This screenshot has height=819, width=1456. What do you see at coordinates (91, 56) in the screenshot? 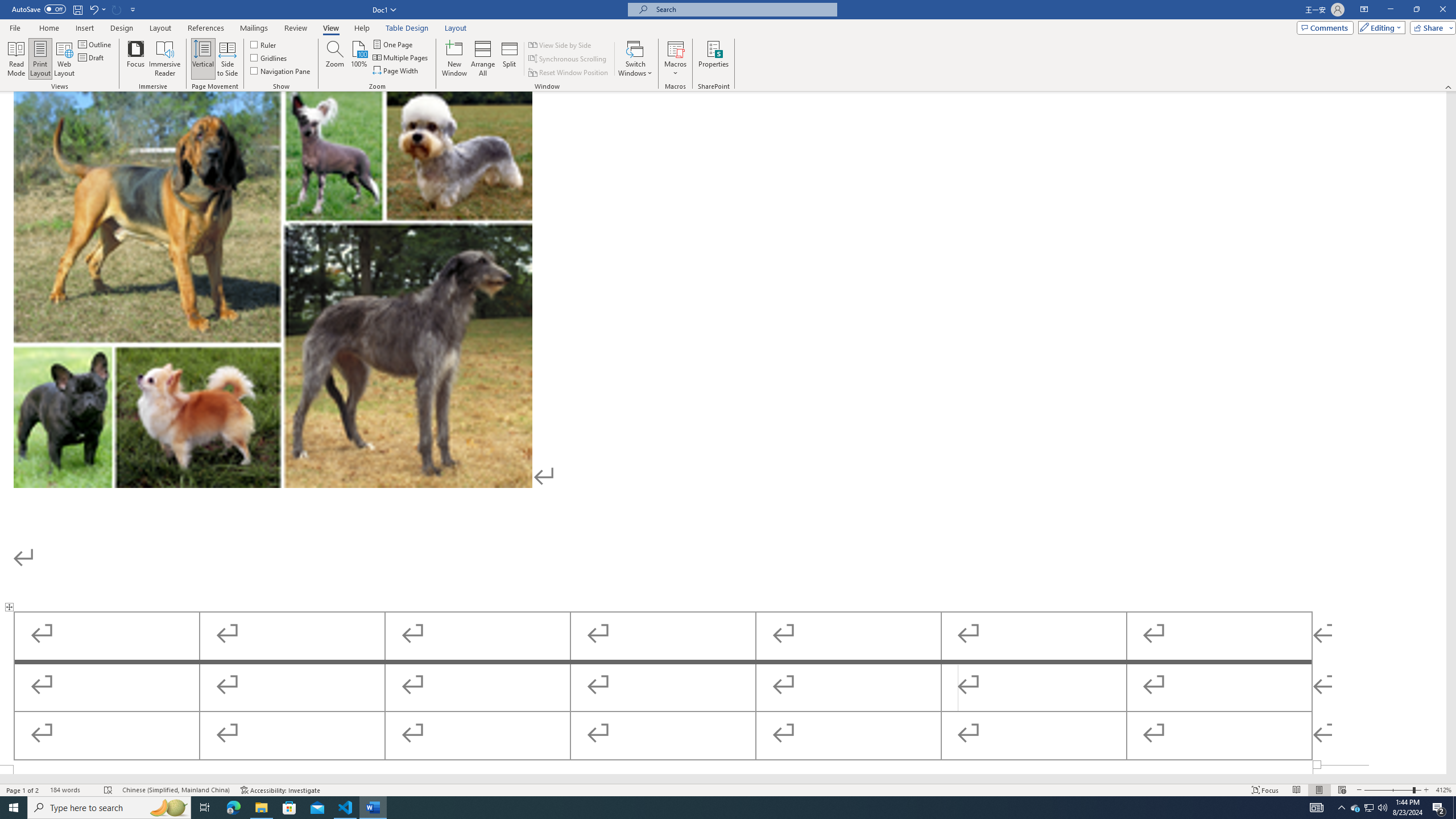
I see `'Draft'` at bounding box center [91, 56].